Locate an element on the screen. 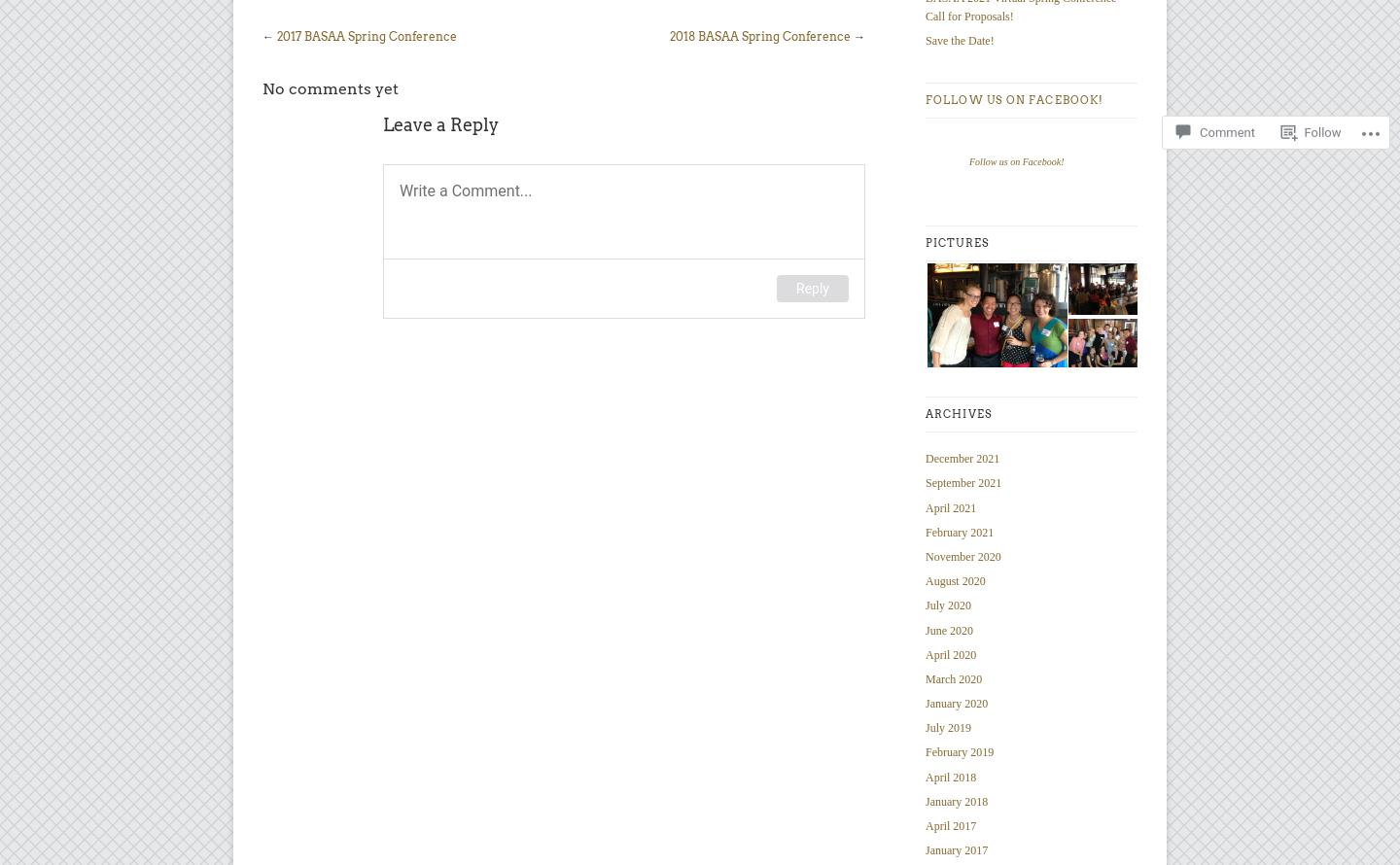 This screenshot has width=1400, height=865. 'February 2019' is located at coordinates (925, 752).